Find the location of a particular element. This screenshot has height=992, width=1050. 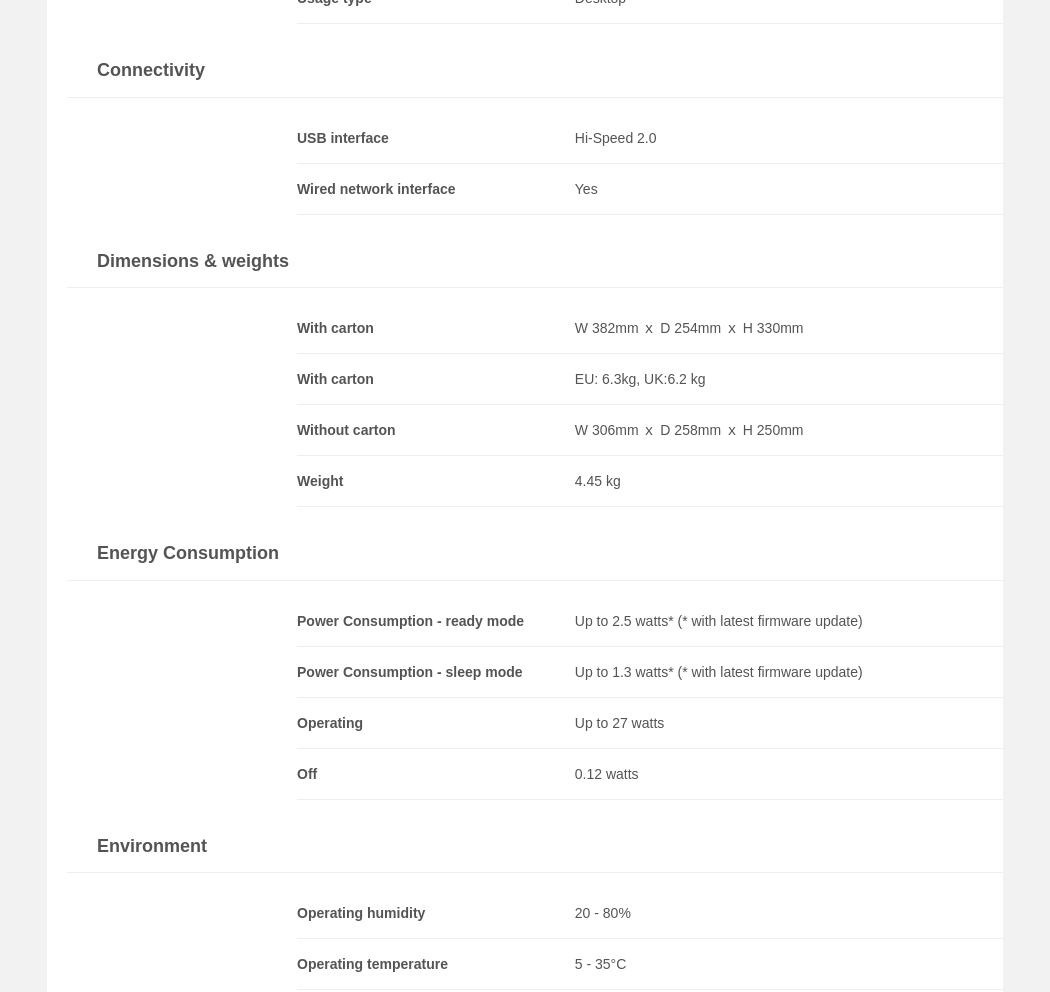

'Overall Ease of Use' is located at coordinates (851, 377).